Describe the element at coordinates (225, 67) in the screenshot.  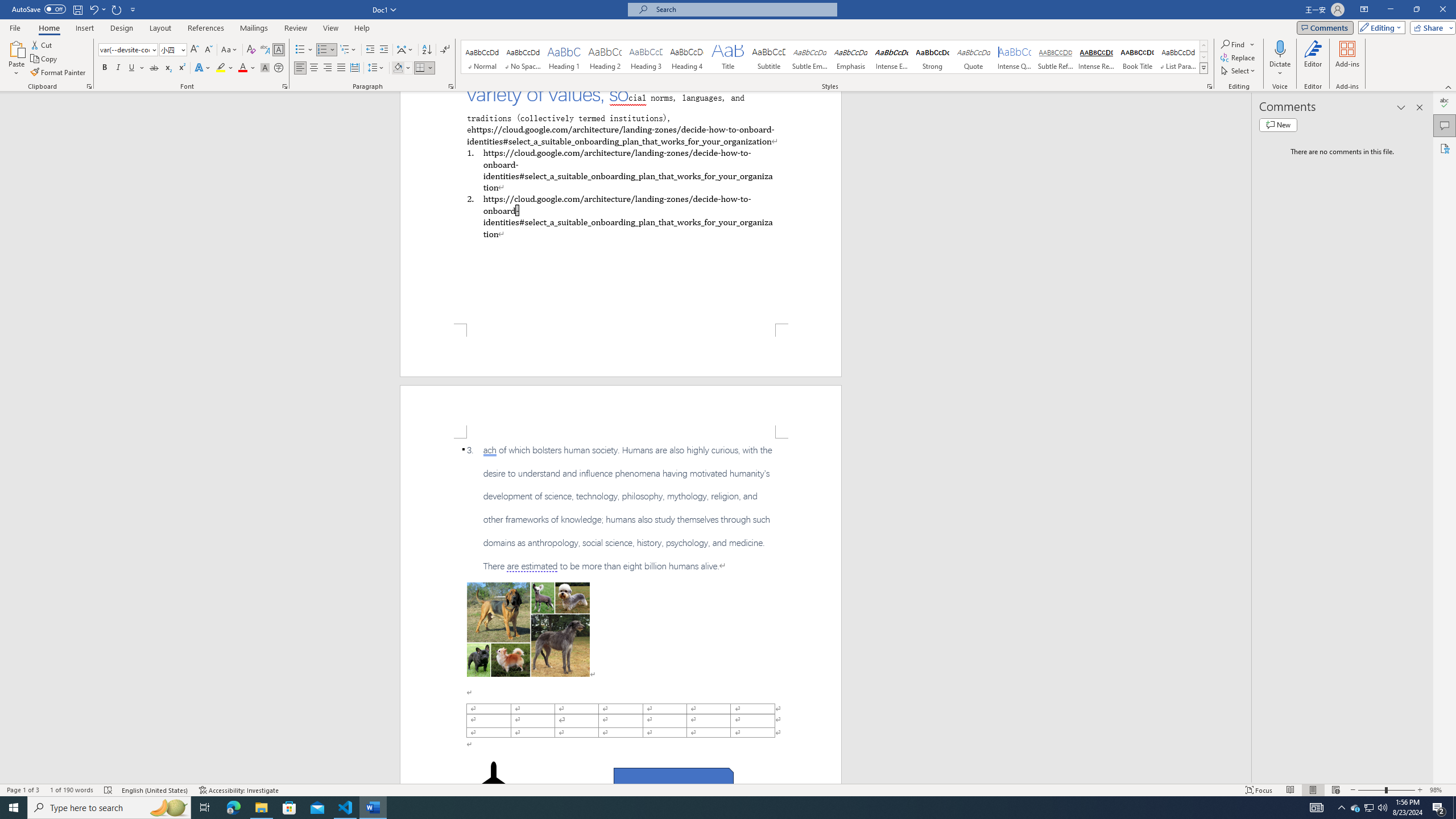
I see `'Text Highlight Color'` at that location.